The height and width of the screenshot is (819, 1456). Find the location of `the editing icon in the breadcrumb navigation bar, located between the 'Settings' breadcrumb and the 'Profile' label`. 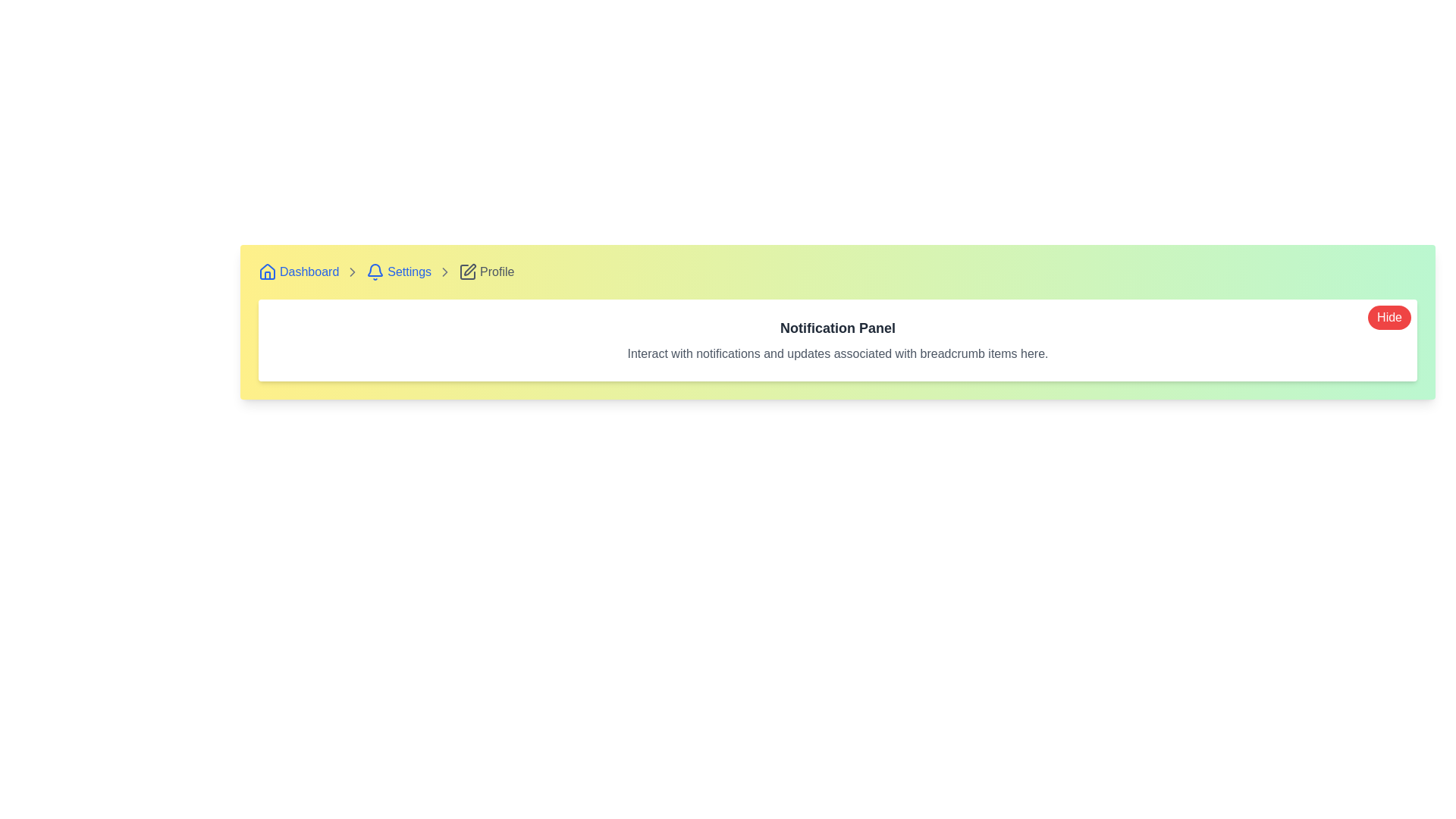

the editing icon in the breadcrumb navigation bar, located between the 'Settings' breadcrumb and the 'Profile' label is located at coordinates (467, 271).